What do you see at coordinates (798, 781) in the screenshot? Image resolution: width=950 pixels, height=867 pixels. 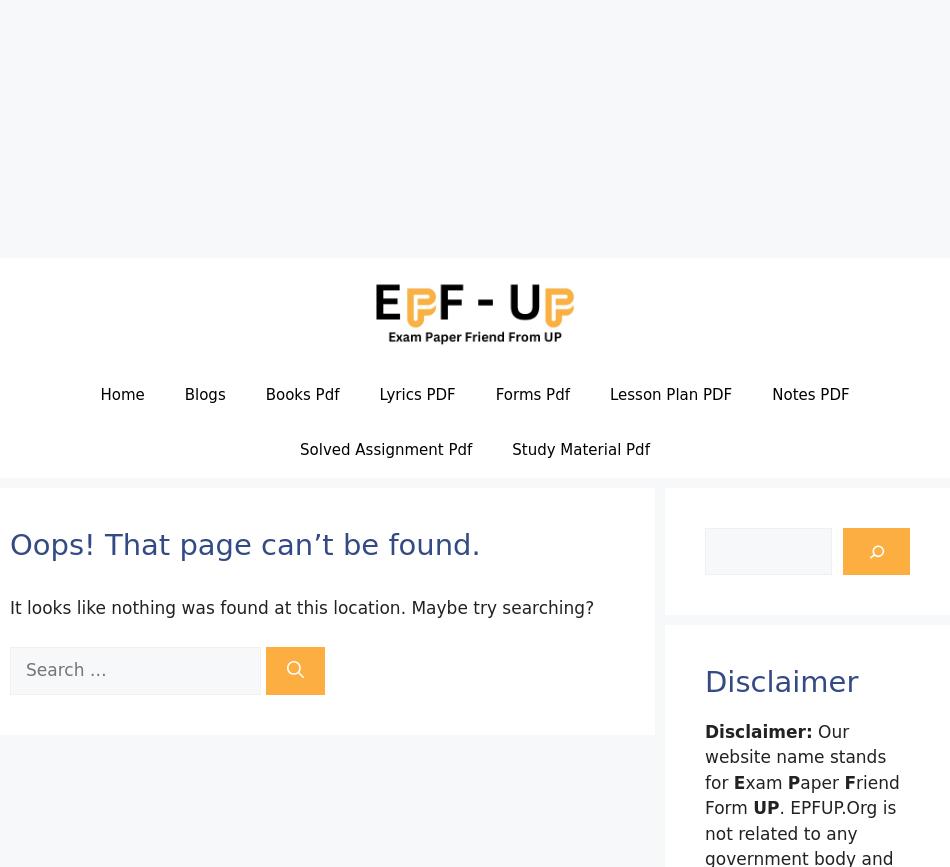 I see `'aper'` at bounding box center [798, 781].